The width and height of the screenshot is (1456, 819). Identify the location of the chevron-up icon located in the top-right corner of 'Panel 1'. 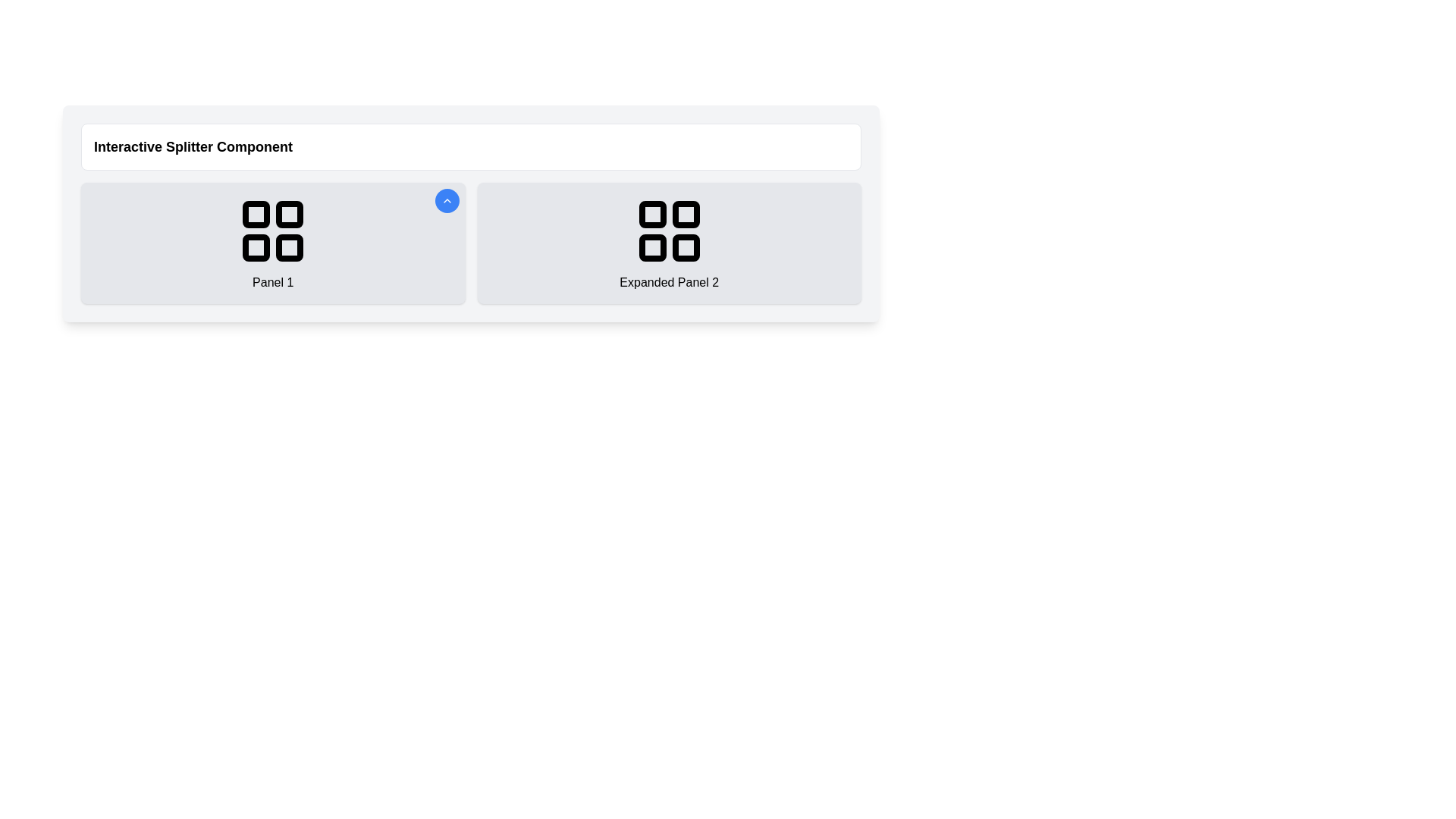
(446, 200).